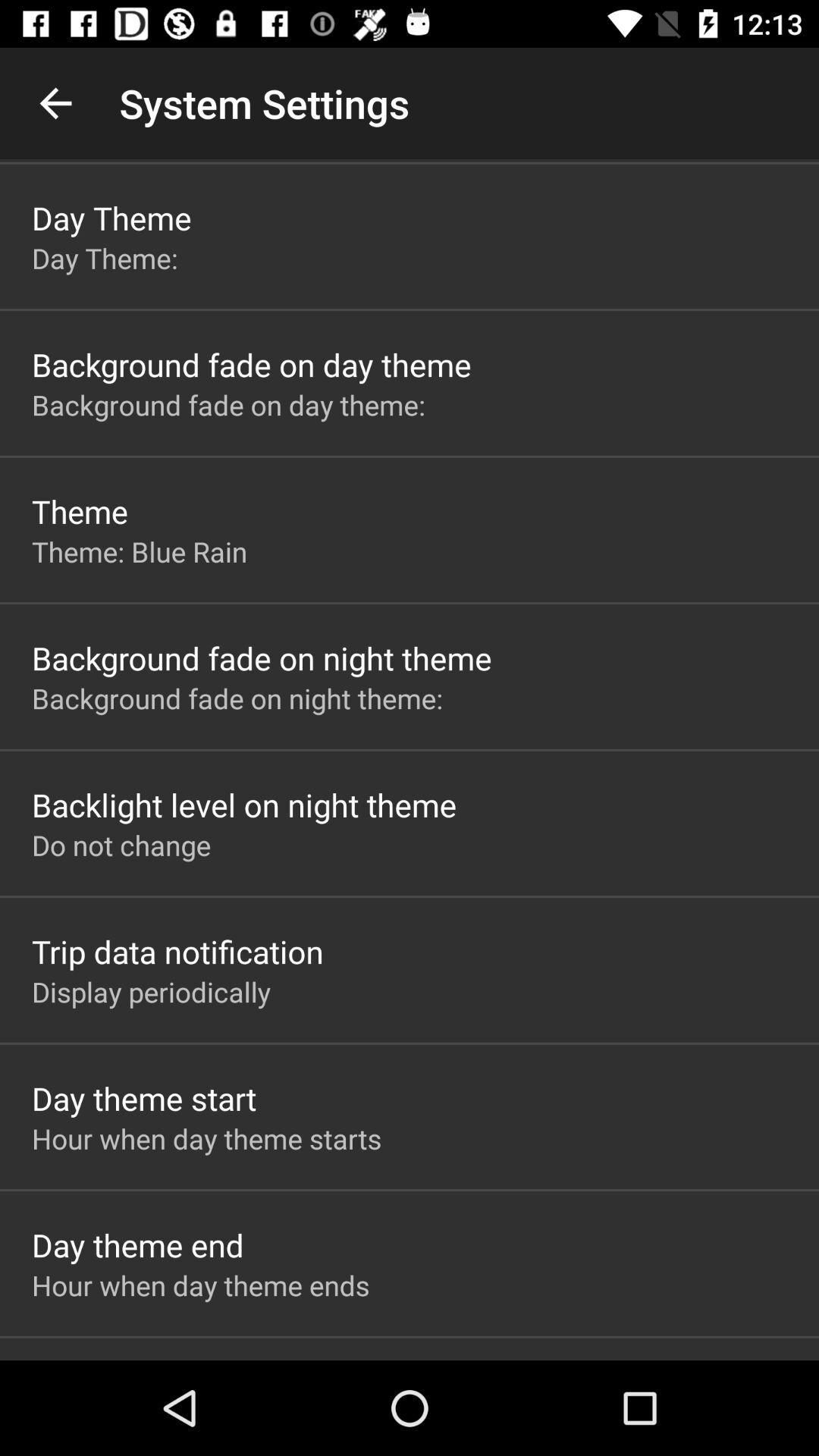 This screenshot has width=819, height=1456. What do you see at coordinates (243, 804) in the screenshot?
I see `item below background fade on icon` at bounding box center [243, 804].